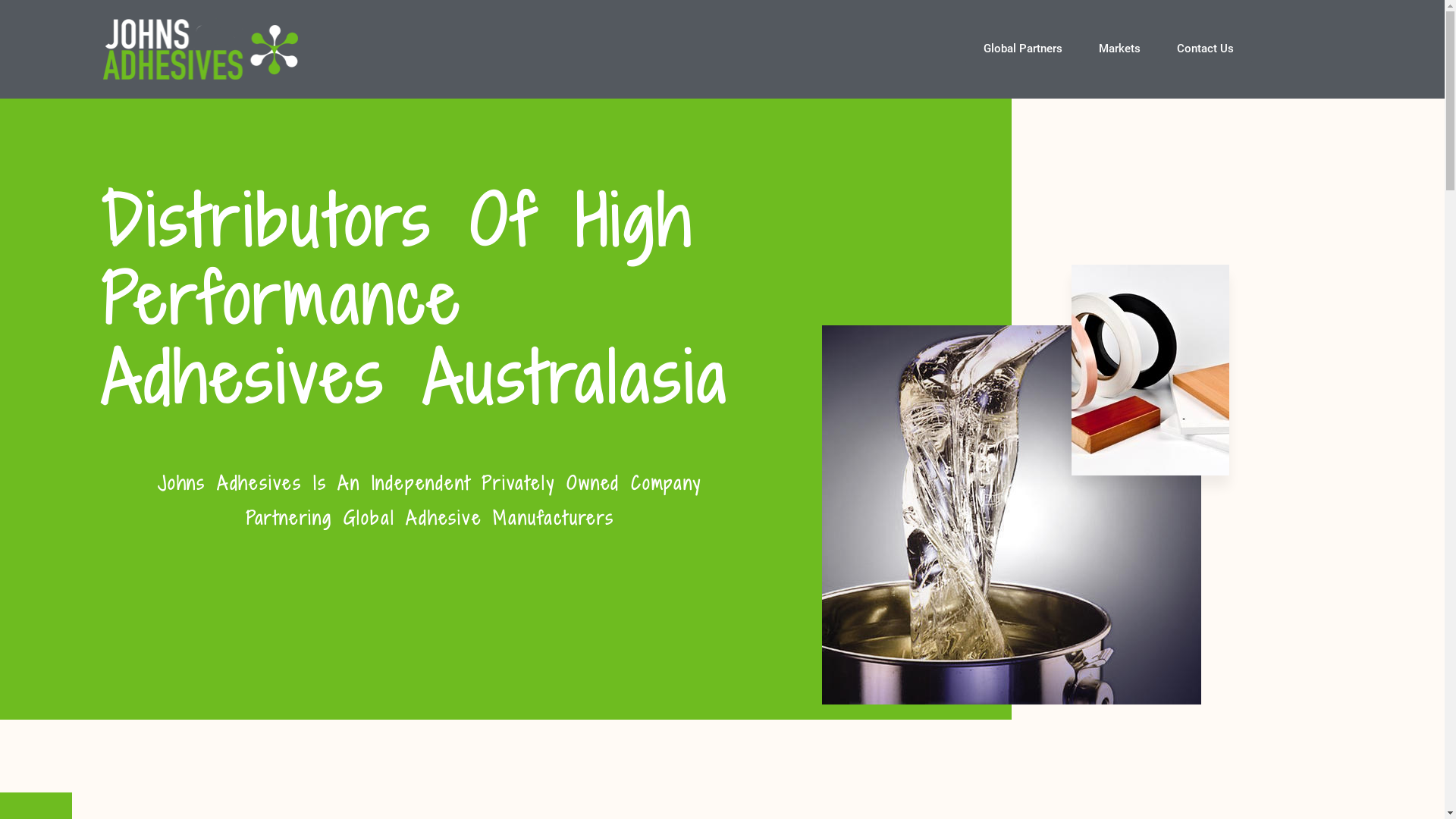  I want to click on 'Global Partners', so click(1022, 48).